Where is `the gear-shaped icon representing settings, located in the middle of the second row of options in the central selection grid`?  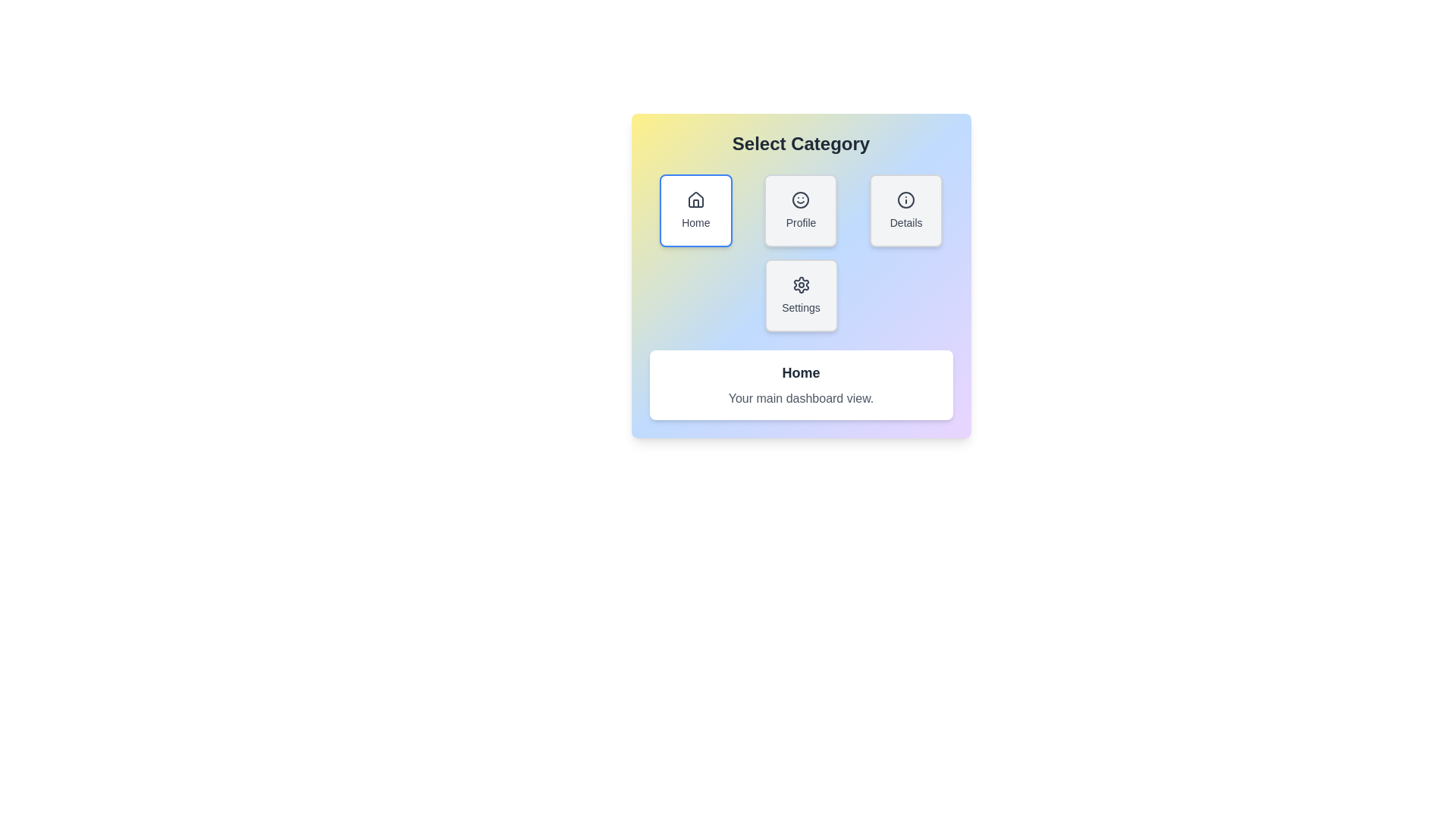
the gear-shaped icon representing settings, located in the middle of the second row of options in the central selection grid is located at coordinates (800, 284).